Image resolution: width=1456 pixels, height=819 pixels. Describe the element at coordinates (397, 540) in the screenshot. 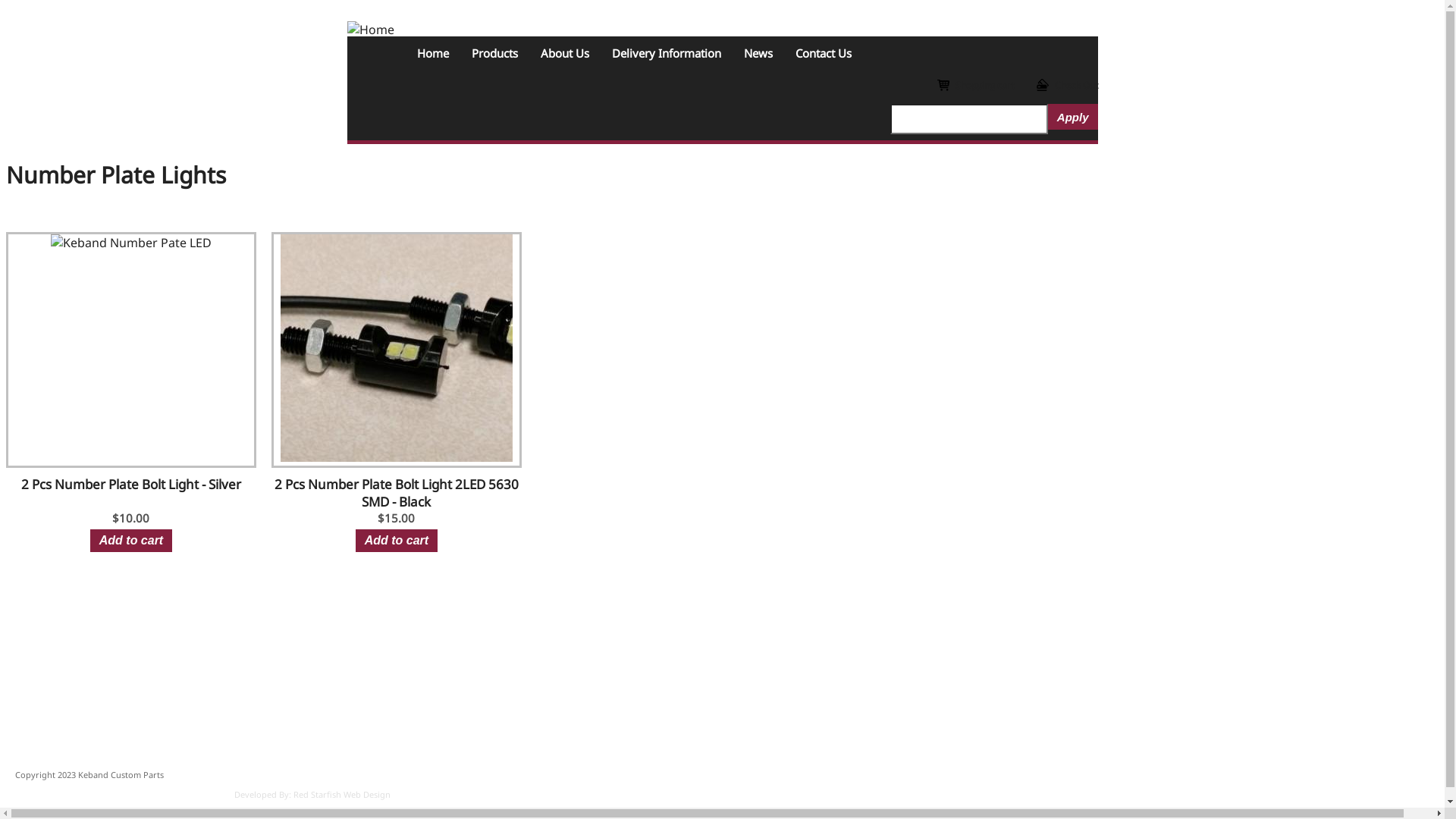

I see `'Add to cart'` at that location.